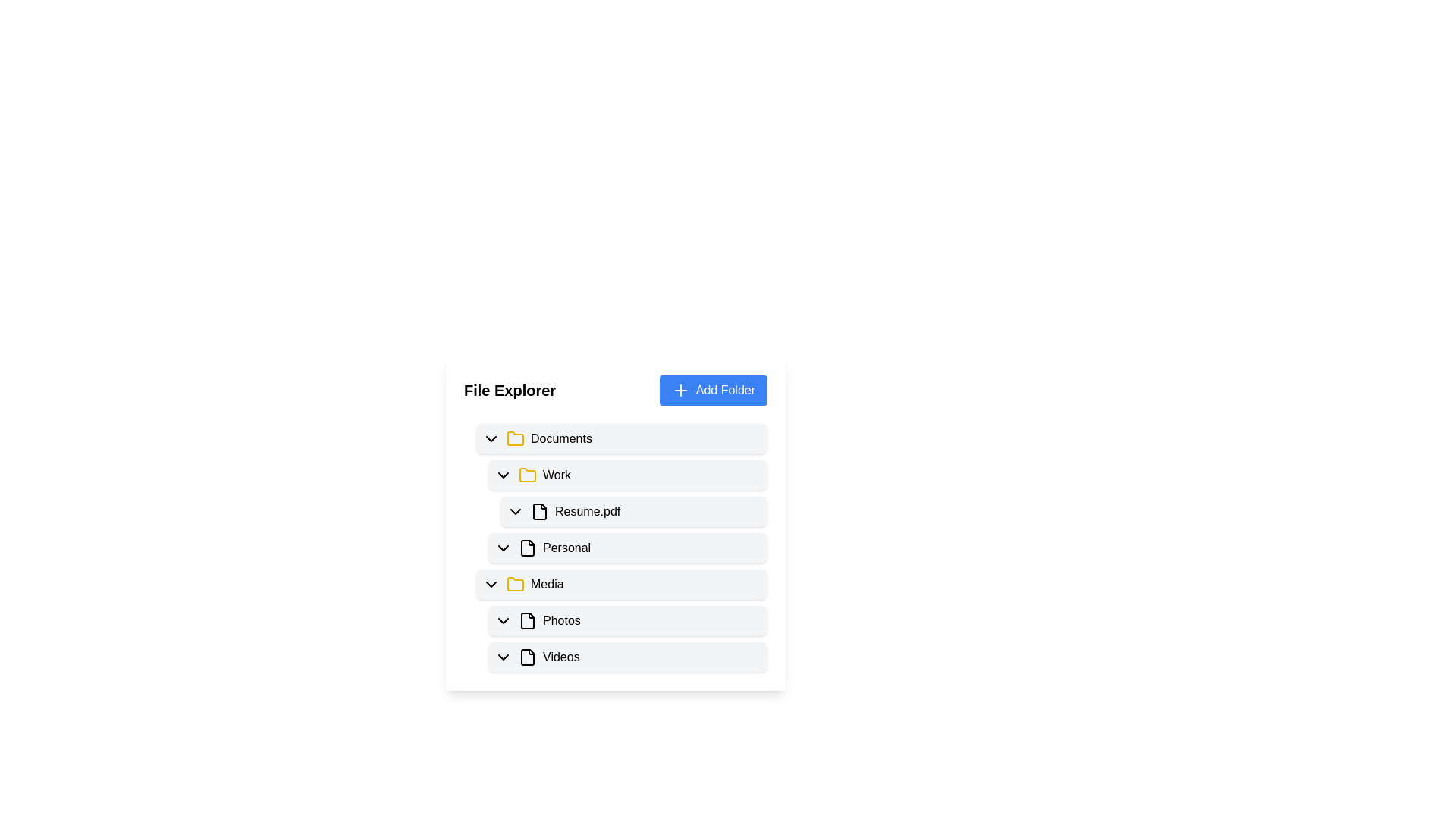  Describe the element at coordinates (516, 583) in the screenshot. I see `the yellow folder icon located in the 'File Explorer' view, specifically the fourth item labeled 'Media'` at that location.